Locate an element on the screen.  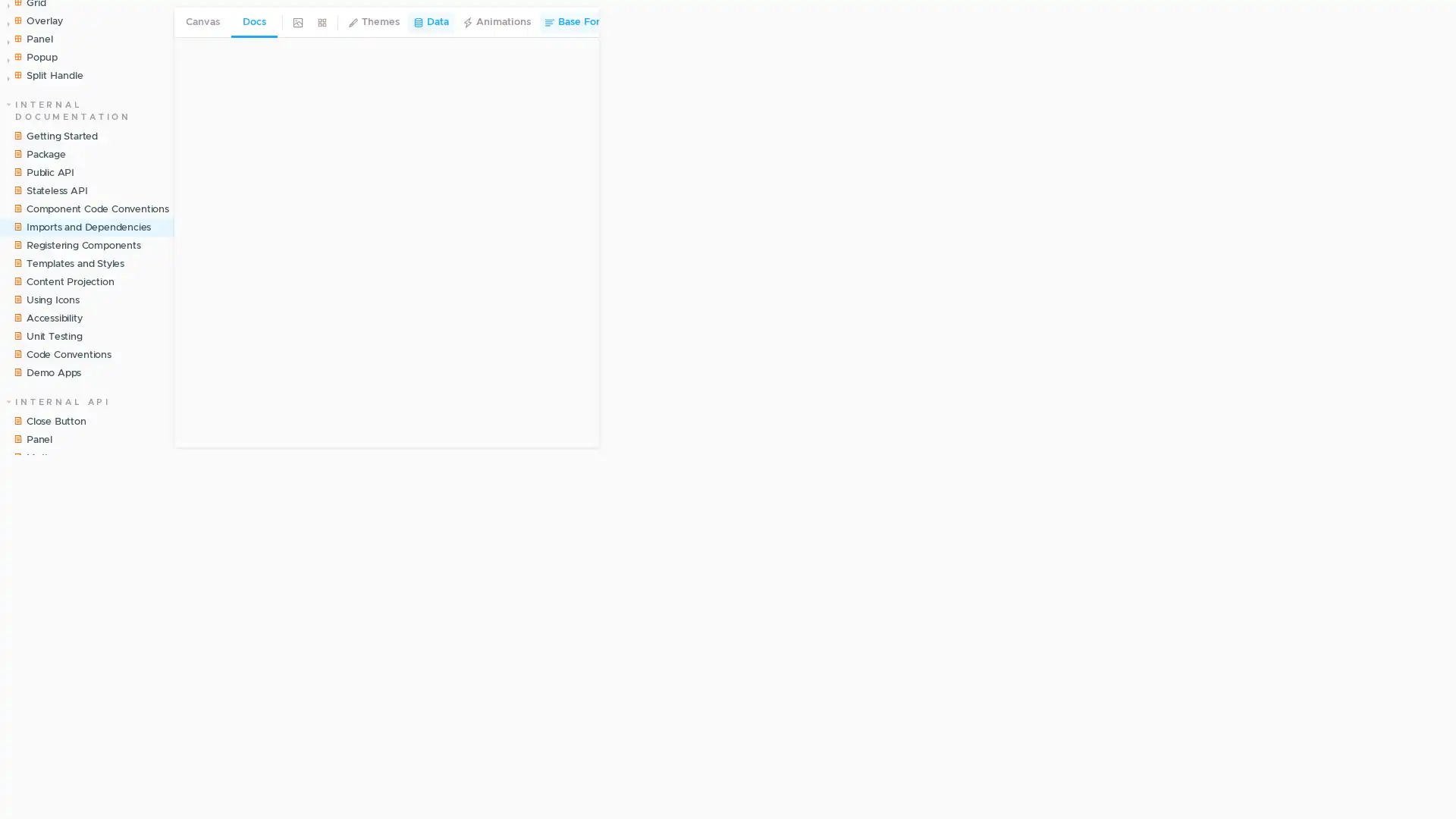
Apply outlines to the preview is located at coordinates (625, 23).